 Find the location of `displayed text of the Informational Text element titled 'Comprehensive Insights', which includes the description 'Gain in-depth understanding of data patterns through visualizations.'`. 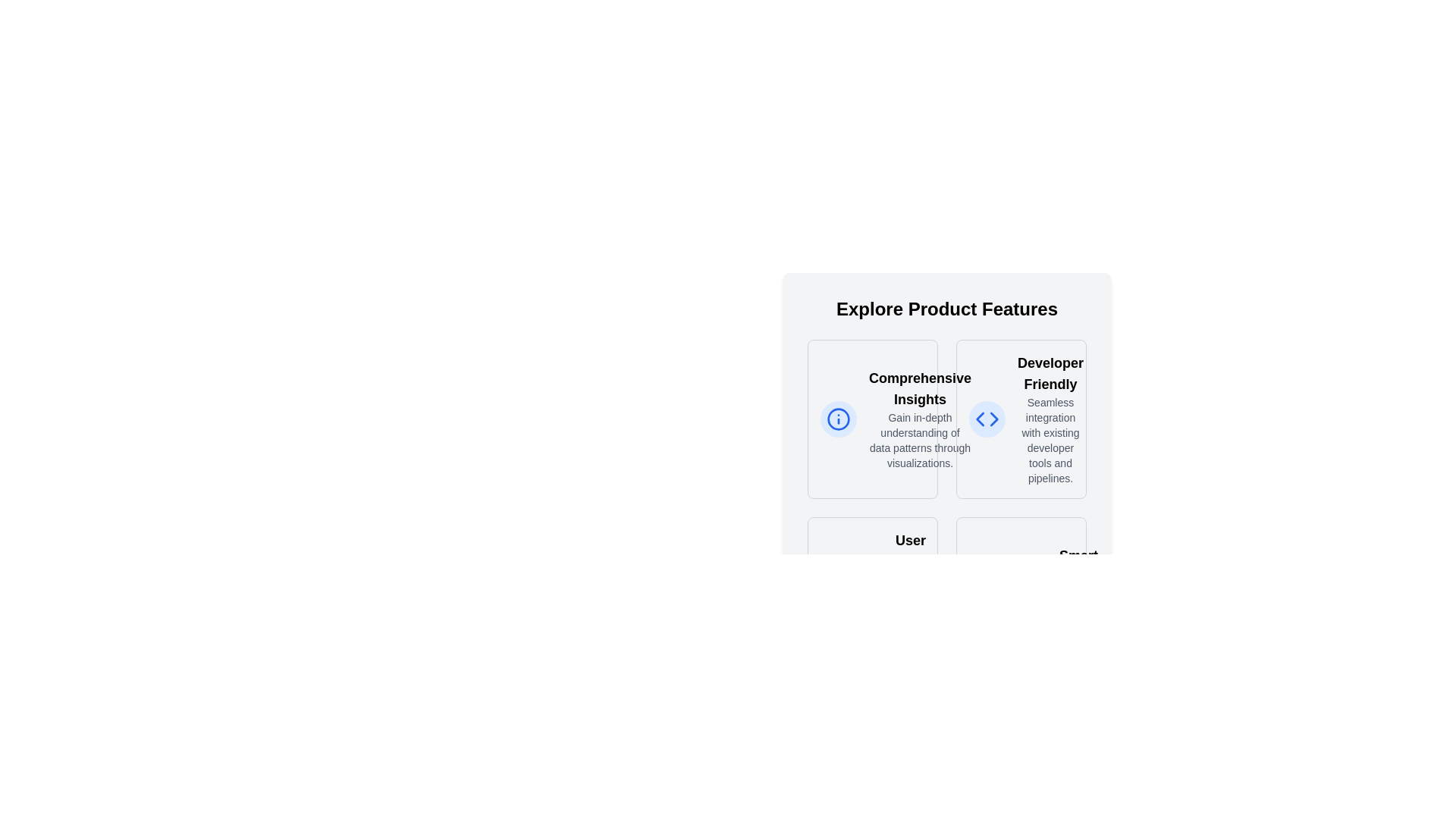

displayed text of the Informational Text element titled 'Comprehensive Insights', which includes the description 'Gain in-depth understanding of data patterns through visualizations.' is located at coordinates (919, 419).